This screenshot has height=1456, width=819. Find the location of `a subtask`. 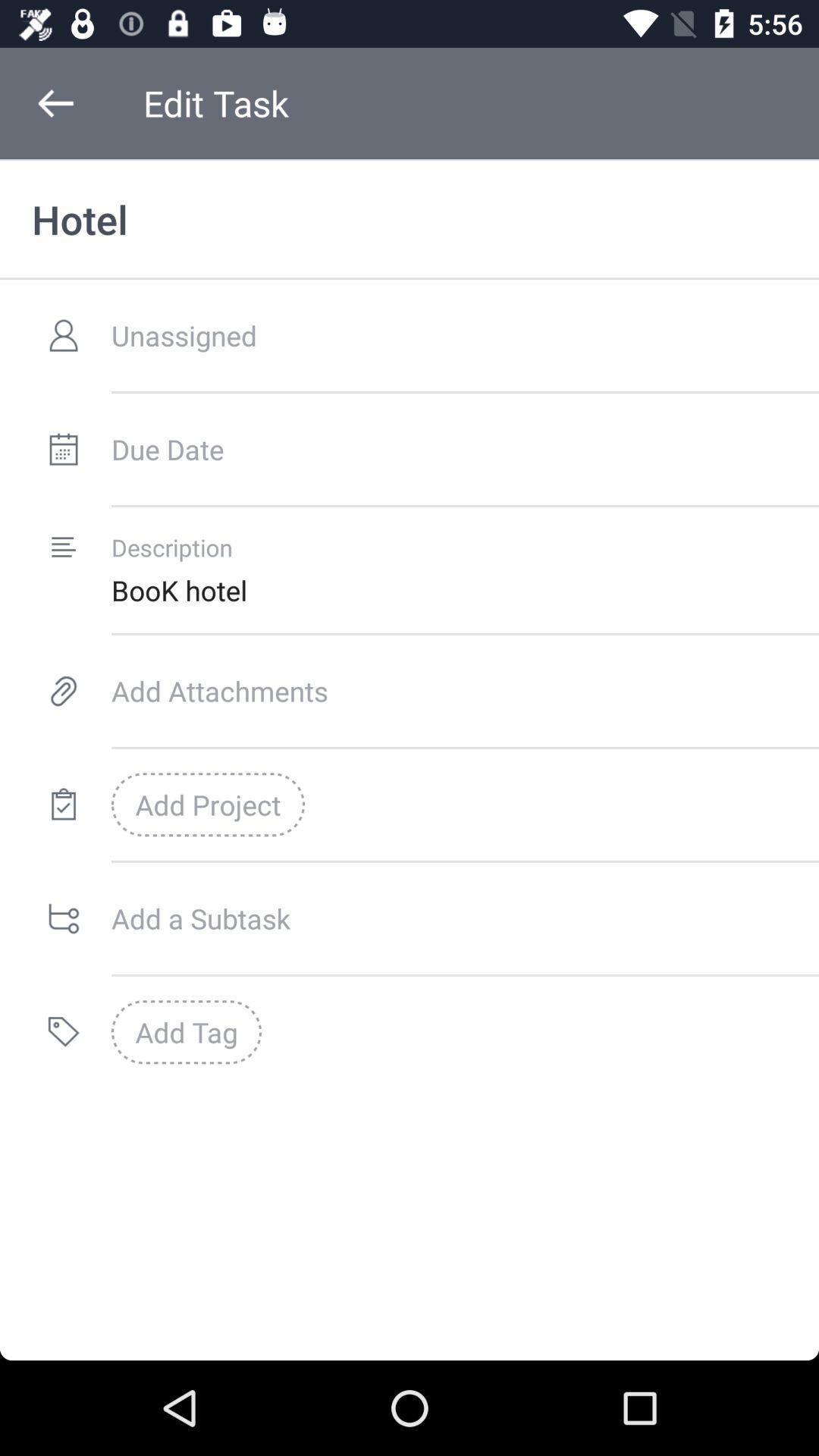

a subtask is located at coordinates (464, 918).